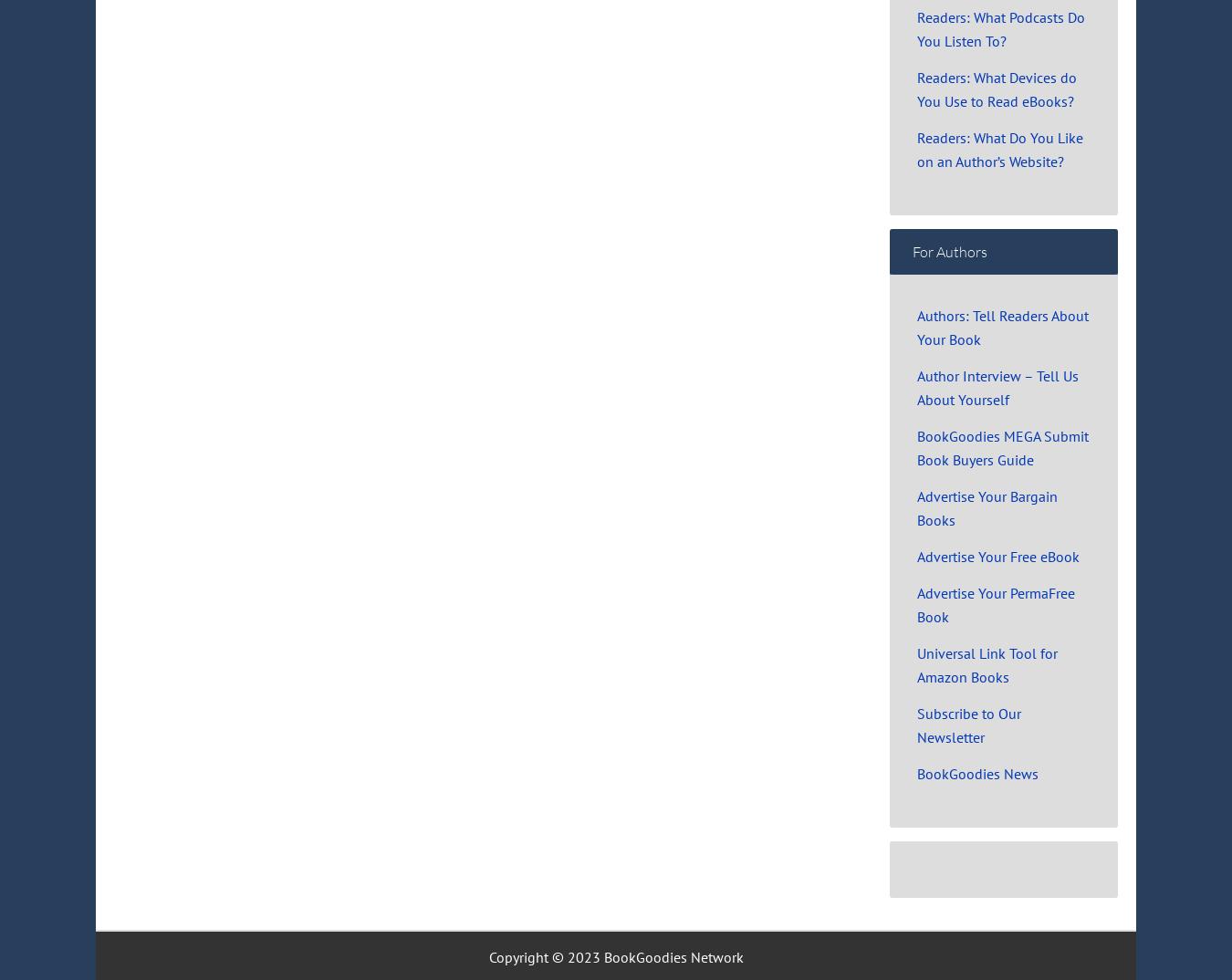 The image size is (1232, 980). Describe the element at coordinates (998, 555) in the screenshot. I see `'Advertise Your Free eBook'` at that location.